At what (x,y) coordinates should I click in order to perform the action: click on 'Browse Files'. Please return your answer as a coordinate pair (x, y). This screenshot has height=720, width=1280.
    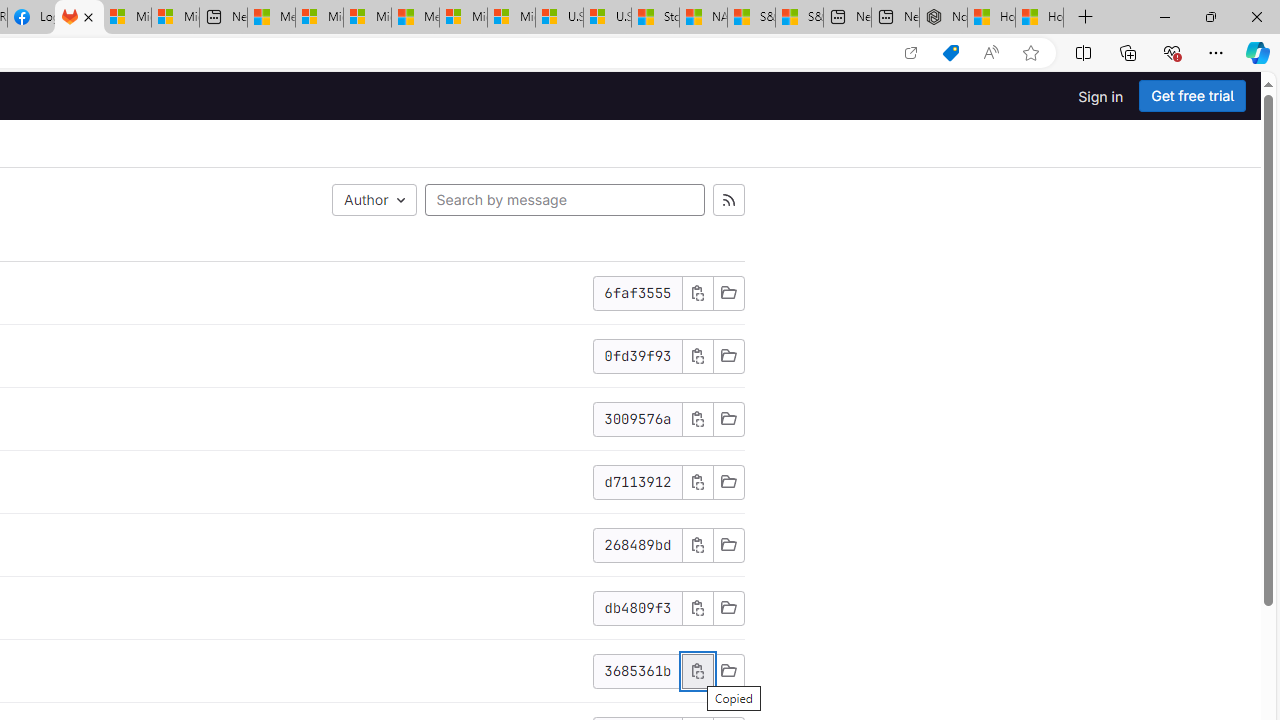
    Looking at the image, I should click on (727, 671).